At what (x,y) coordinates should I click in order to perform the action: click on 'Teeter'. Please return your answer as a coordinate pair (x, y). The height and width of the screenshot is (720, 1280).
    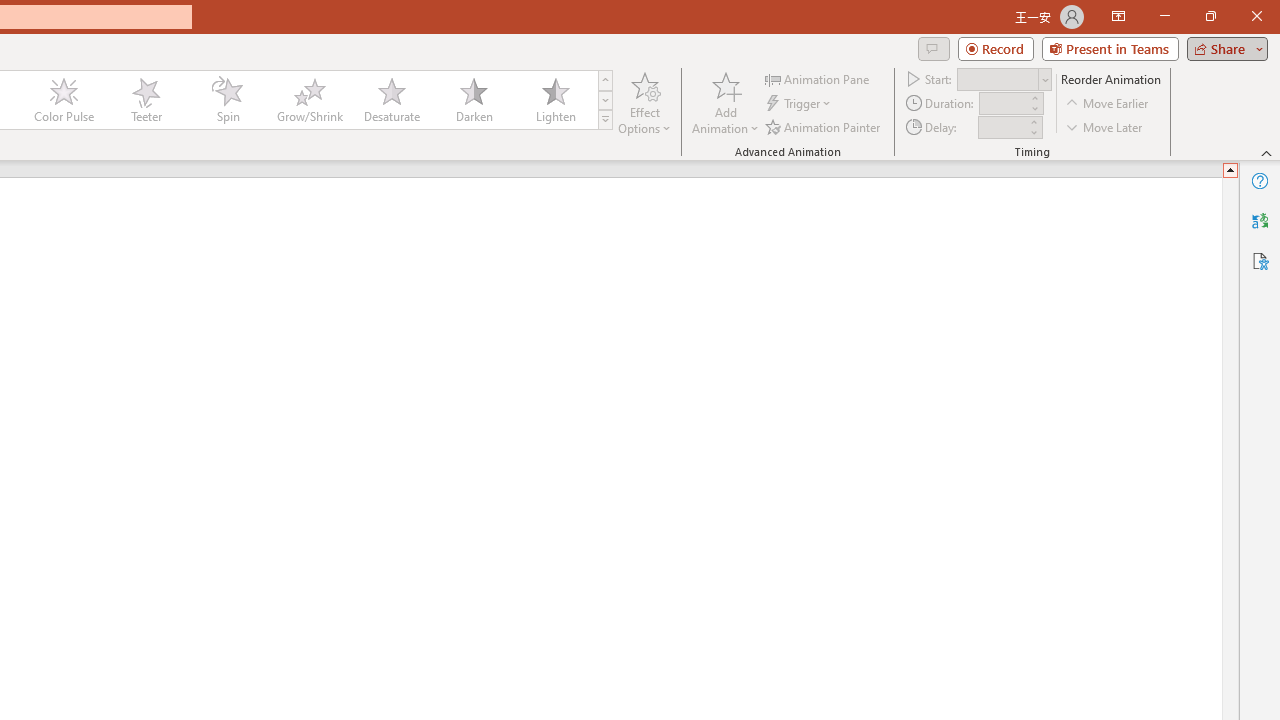
    Looking at the image, I should click on (144, 100).